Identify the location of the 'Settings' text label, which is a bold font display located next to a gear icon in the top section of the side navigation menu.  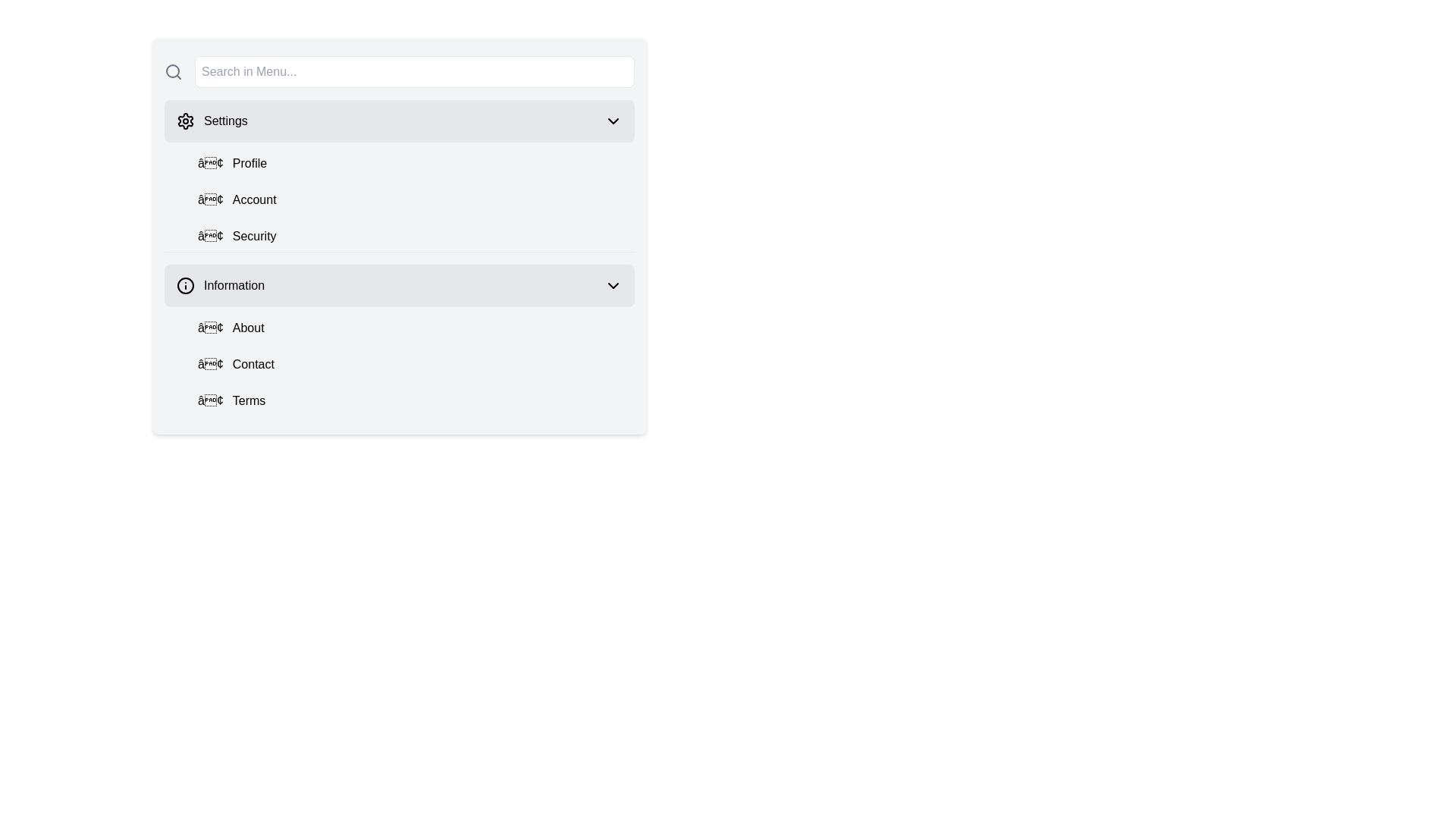
(224, 120).